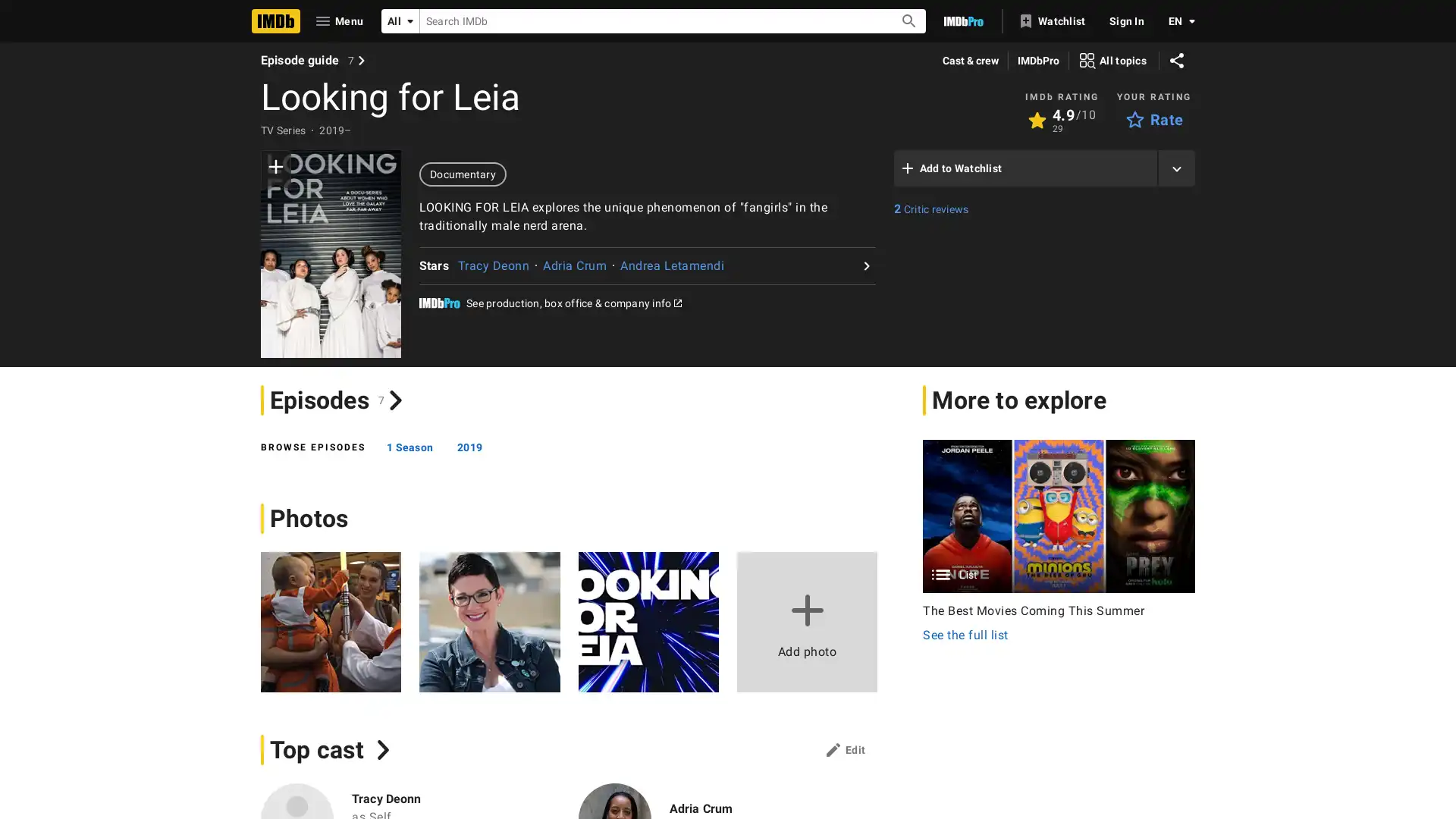 The height and width of the screenshot is (819, 1456). What do you see at coordinates (1175, 60) in the screenshot?
I see `Share on social media` at bounding box center [1175, 60].